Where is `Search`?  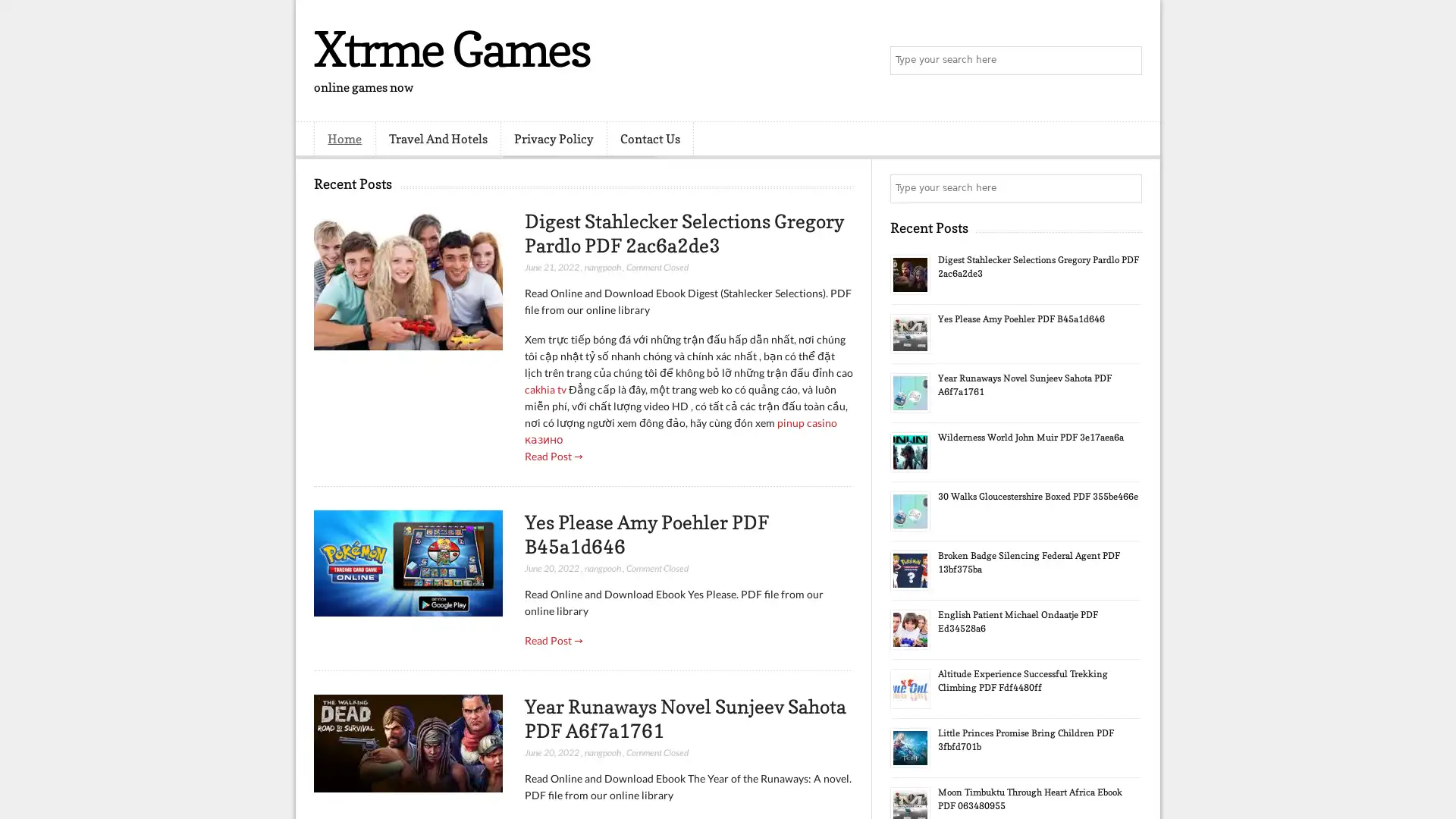
Search is located at coordinates (1126, 188).